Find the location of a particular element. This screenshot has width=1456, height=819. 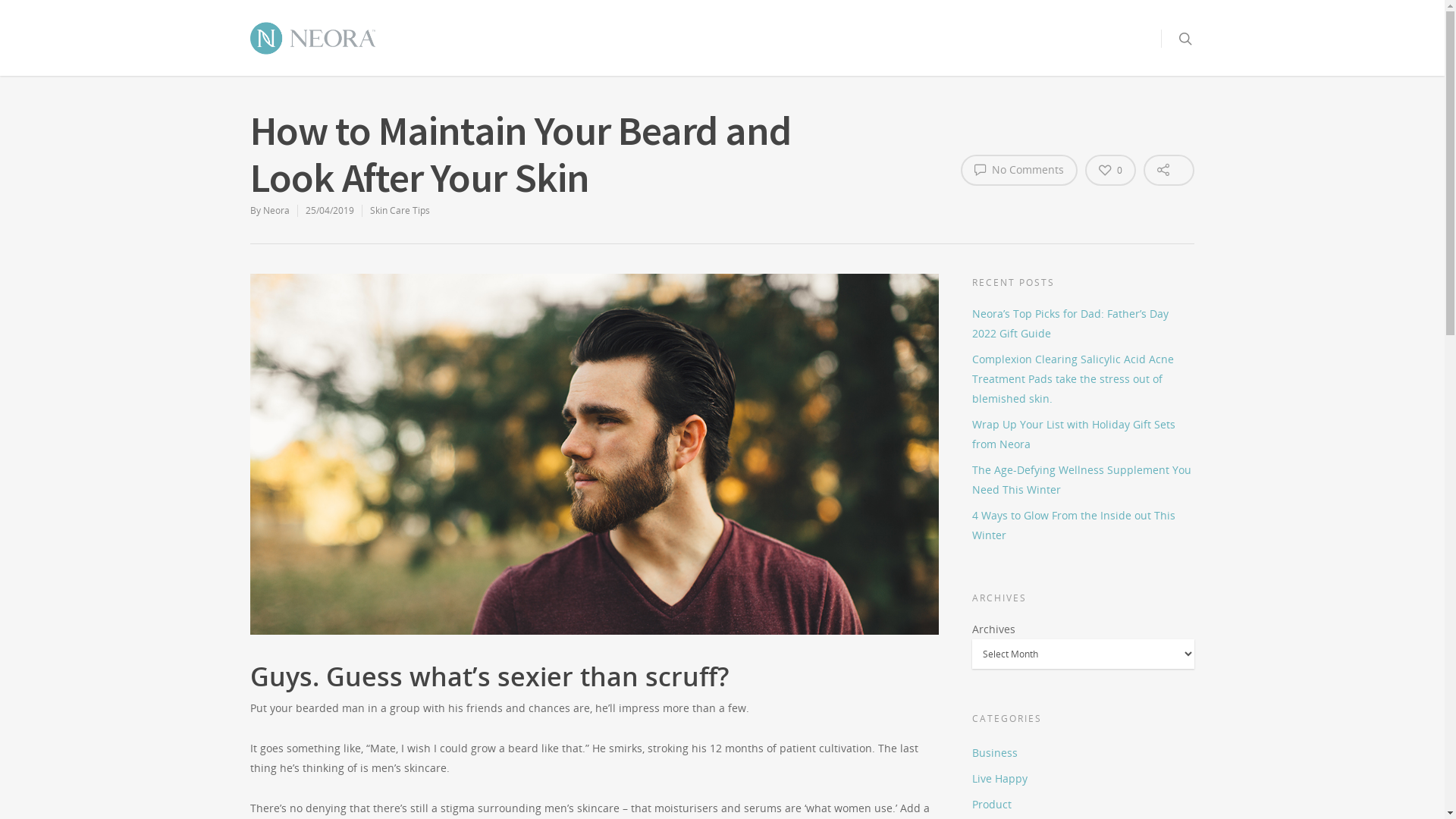

'0' is located at coordinates (1084, 170).